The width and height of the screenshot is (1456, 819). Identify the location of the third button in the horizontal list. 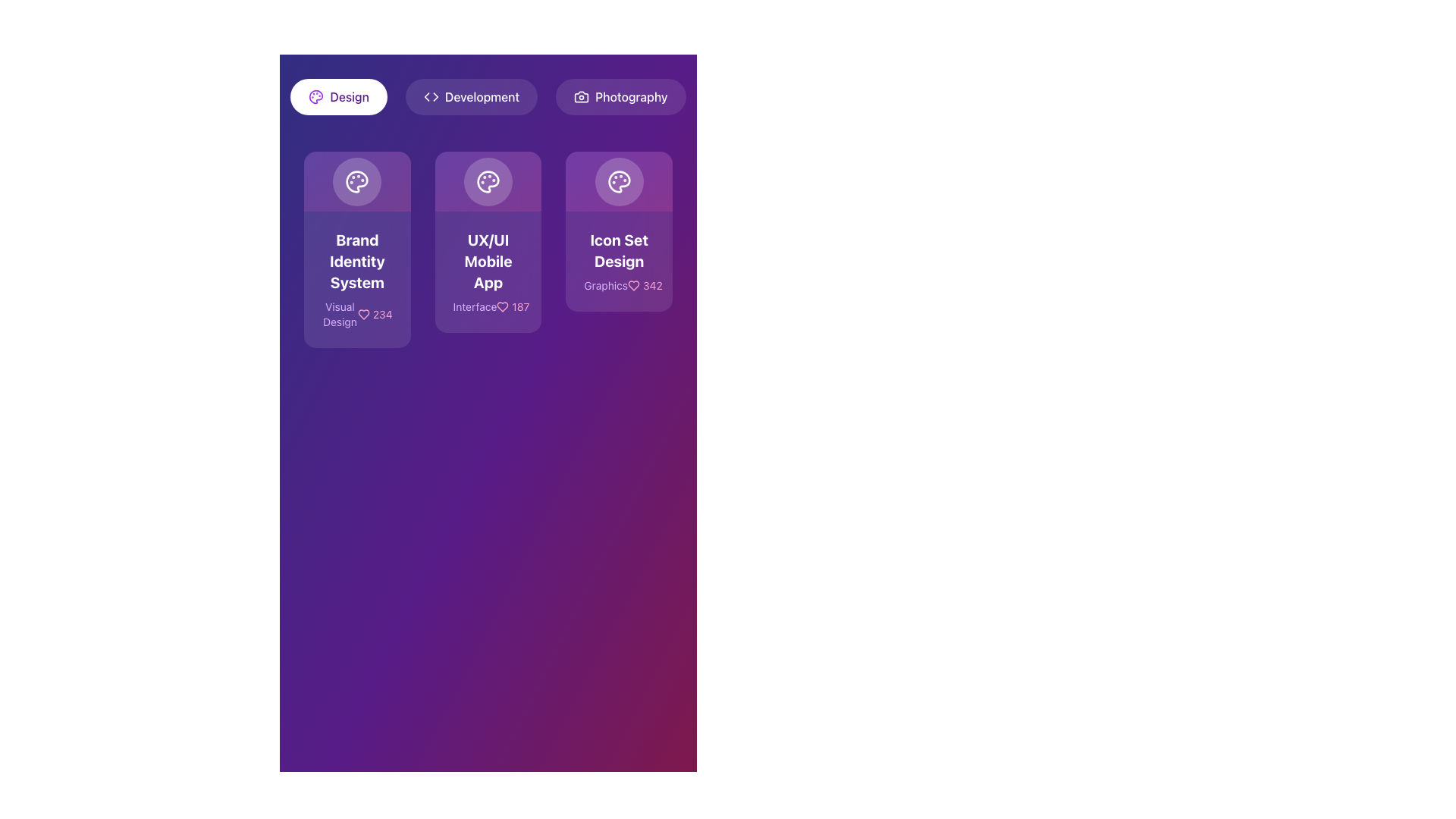
(620, 96).